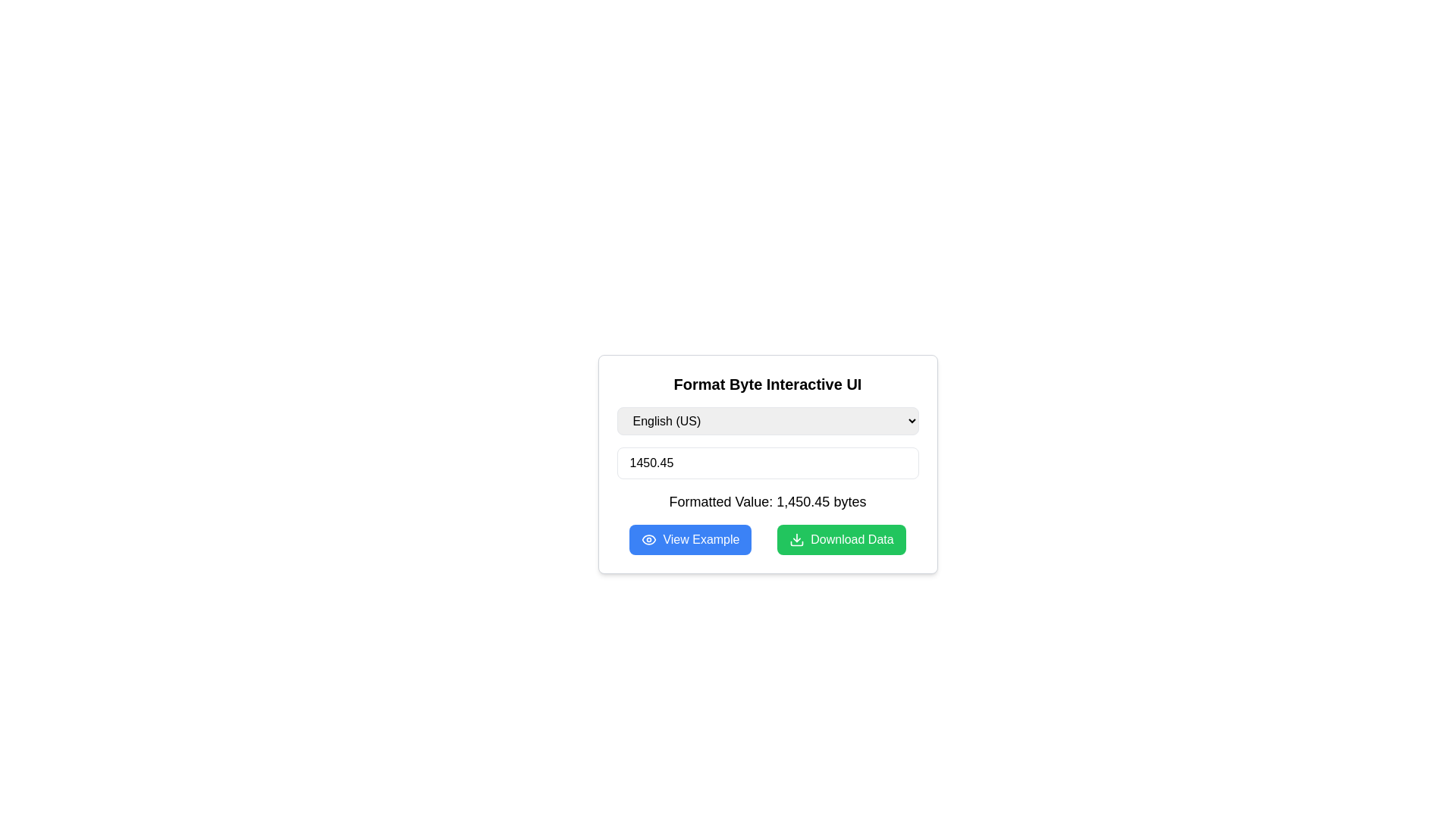 The image size is (1456, 819). Describe the element at coordinates (689, 539) in the screenshot. I see `the prominently styled blue button labeled 'View Example' with an eye icon` at that location.